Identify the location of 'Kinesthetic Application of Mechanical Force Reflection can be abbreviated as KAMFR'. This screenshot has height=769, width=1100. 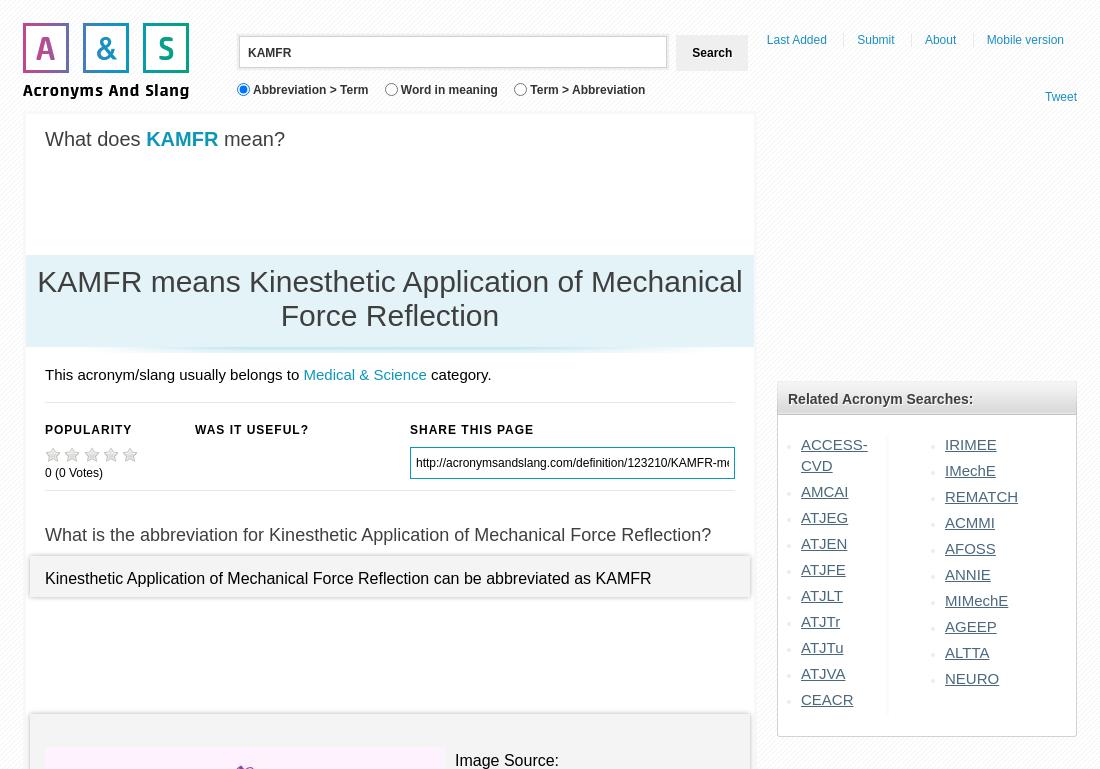
(348, 578).